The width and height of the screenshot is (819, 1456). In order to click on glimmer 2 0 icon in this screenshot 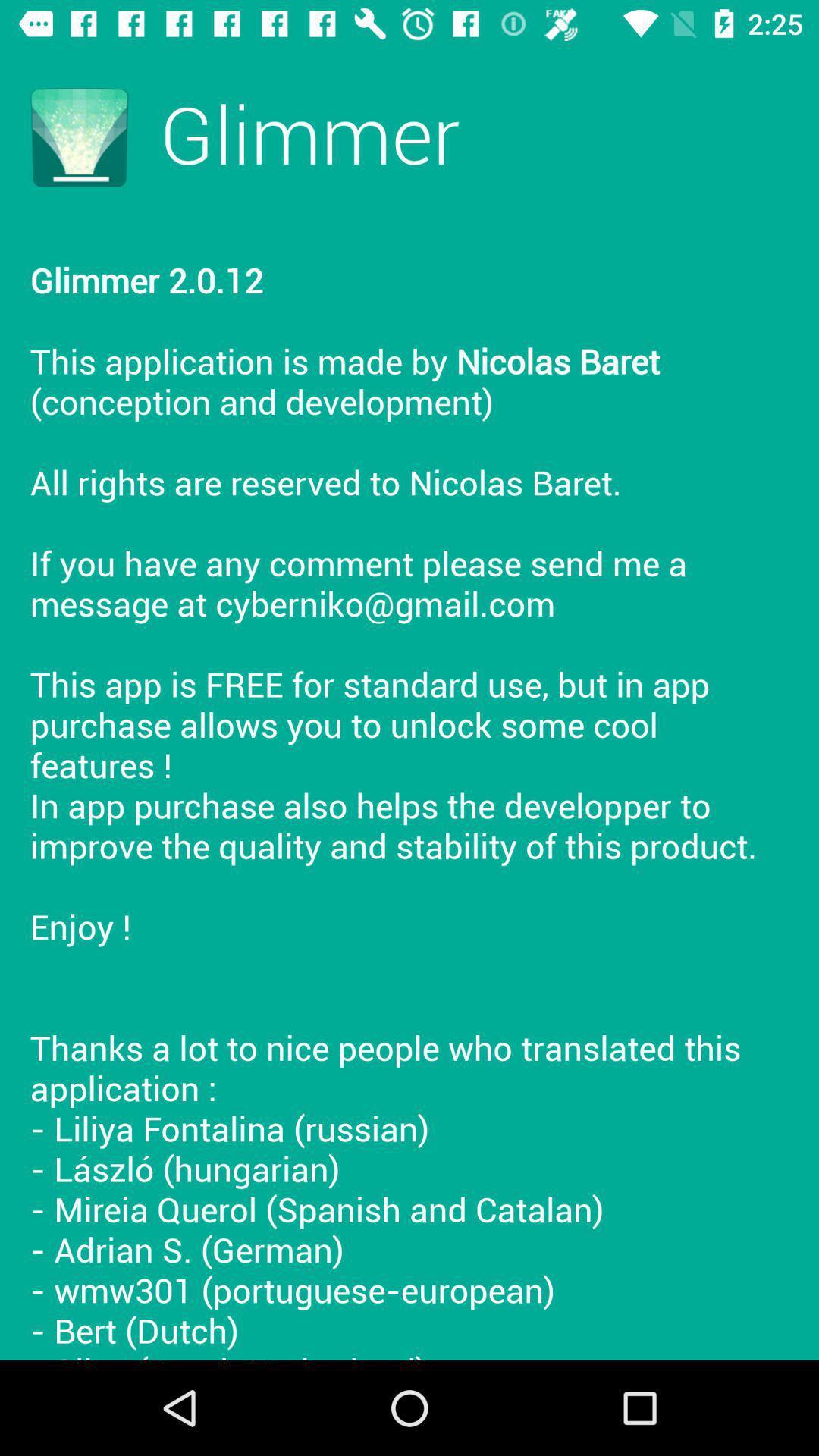, I will do `click(409, 792)`.